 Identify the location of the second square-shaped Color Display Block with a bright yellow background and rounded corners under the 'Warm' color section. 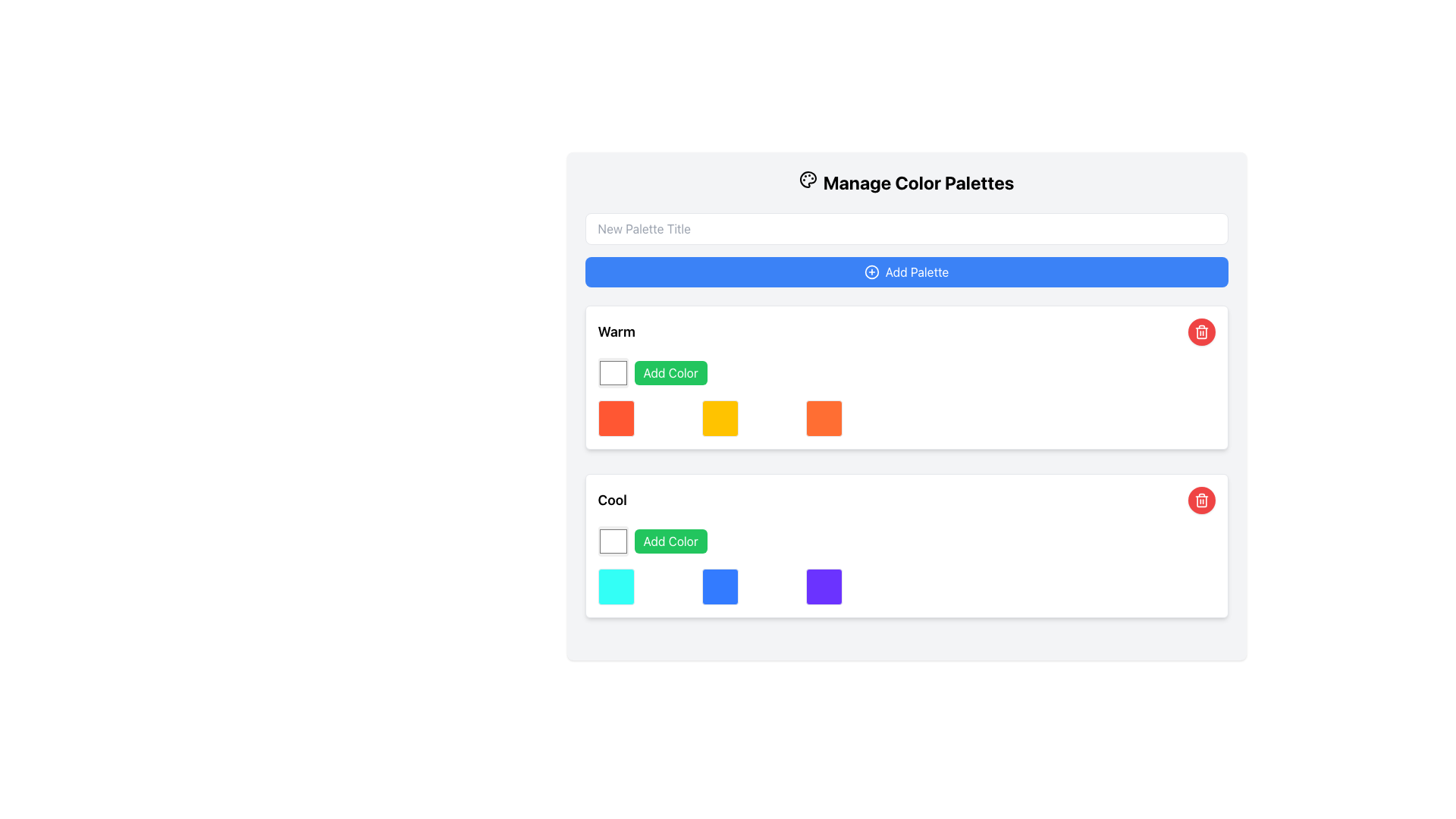
(719, 418).